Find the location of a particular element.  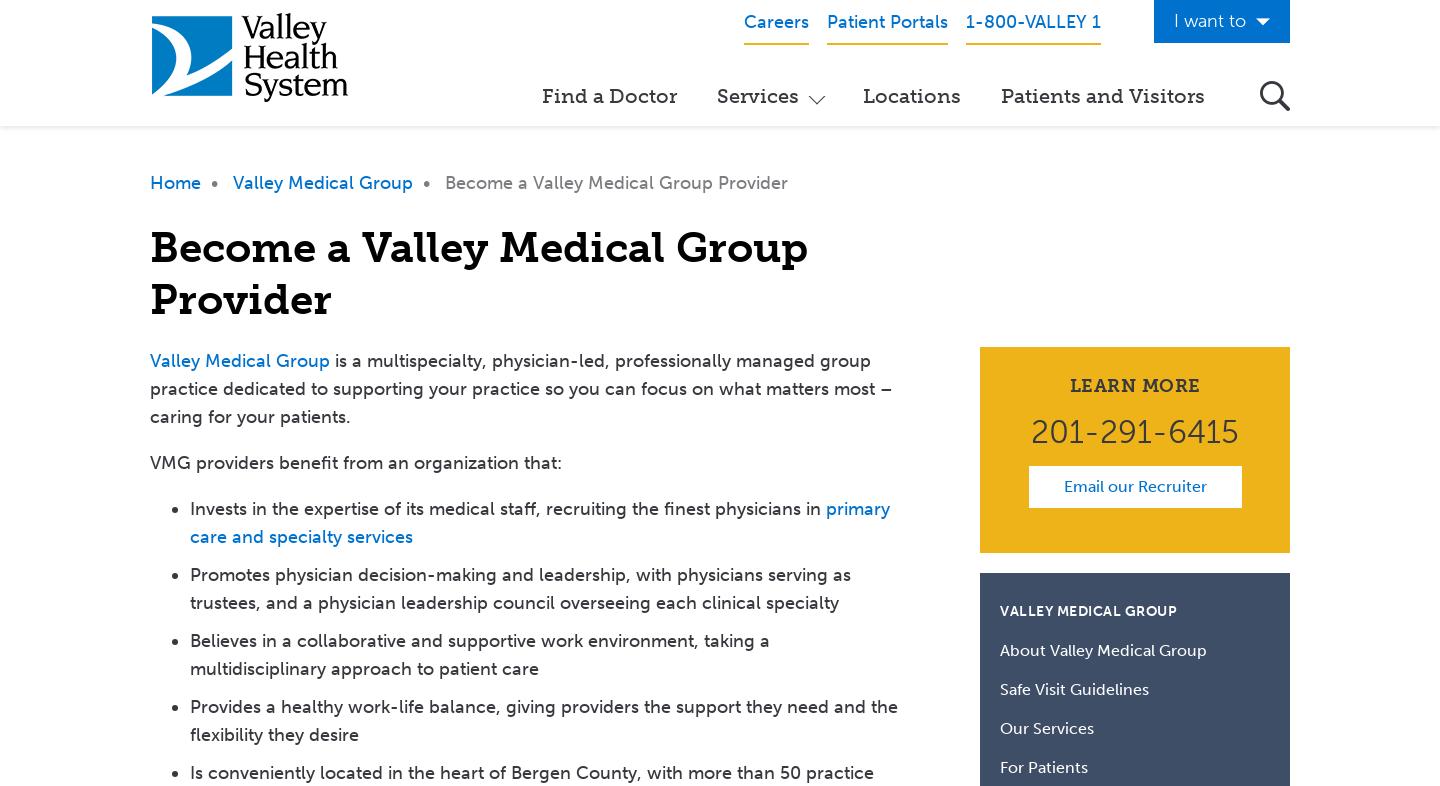

'Safe Visit Guidelines' is located at coordinates (1074, 689).